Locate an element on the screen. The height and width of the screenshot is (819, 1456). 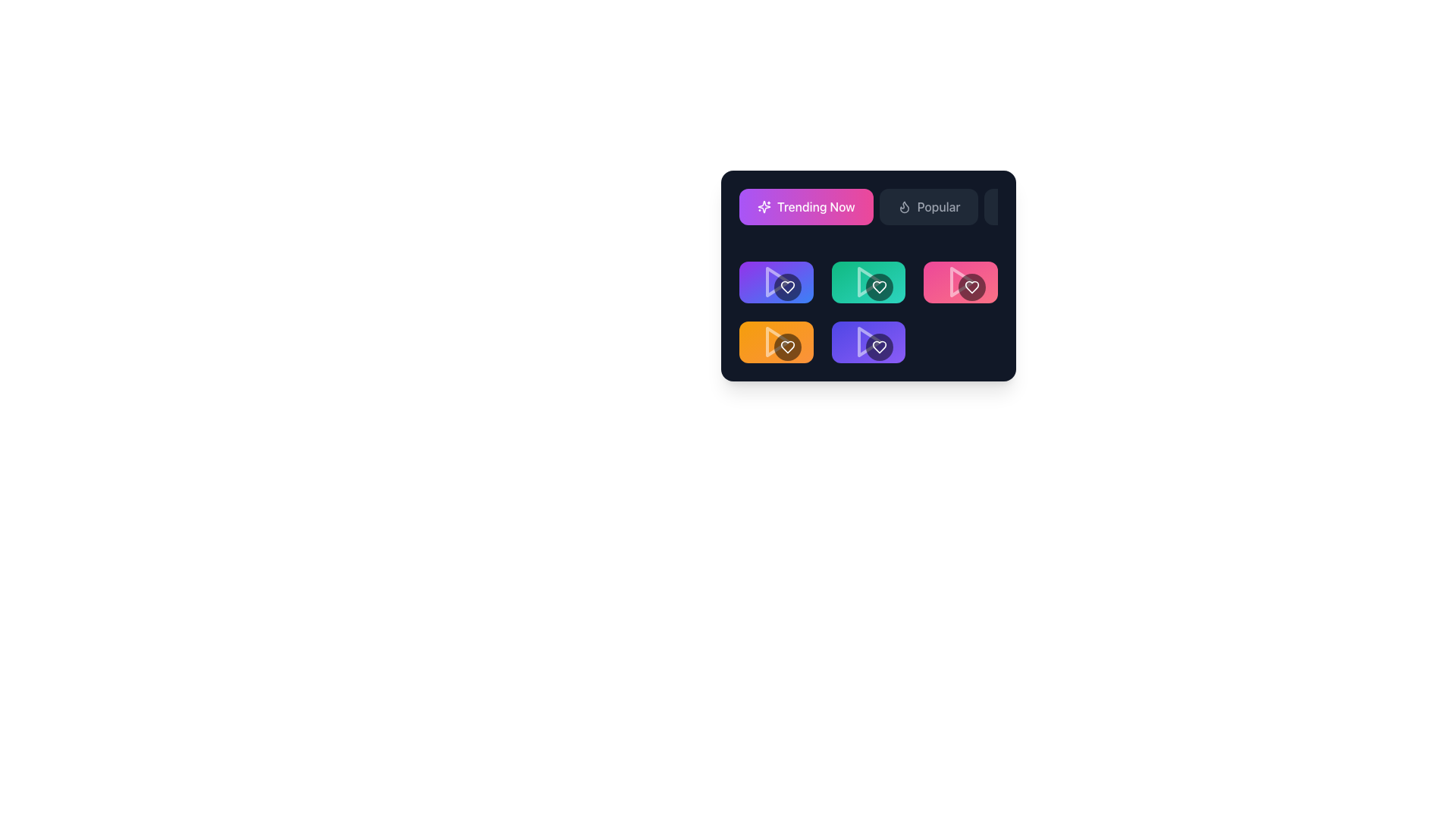
the 'Trending Now' text label in the top-left rectangular button of the primary content card is located at coordinates (814, 207).